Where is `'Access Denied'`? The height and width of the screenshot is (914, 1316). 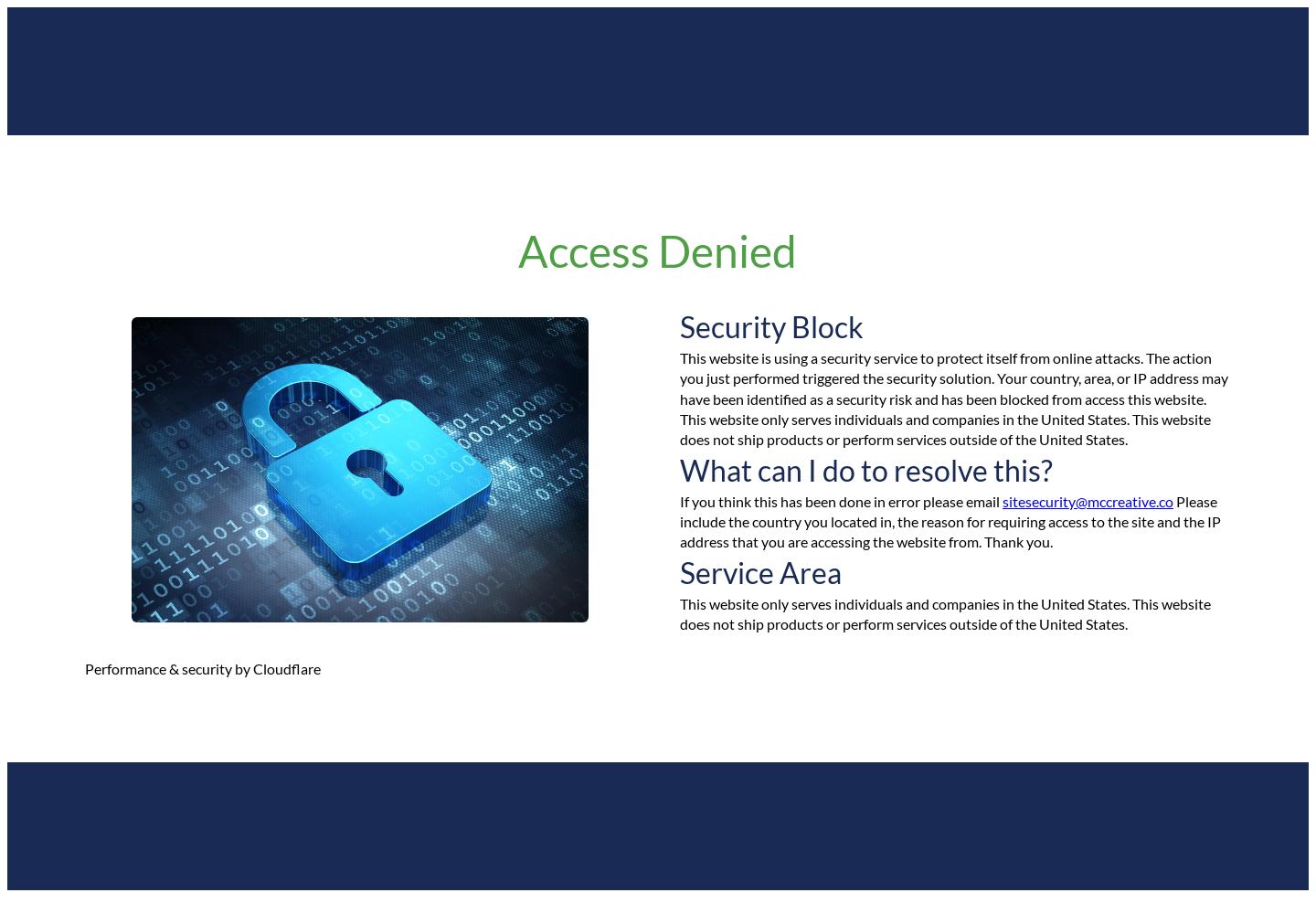 'Access Denied' is located at coordinates (657, 250).